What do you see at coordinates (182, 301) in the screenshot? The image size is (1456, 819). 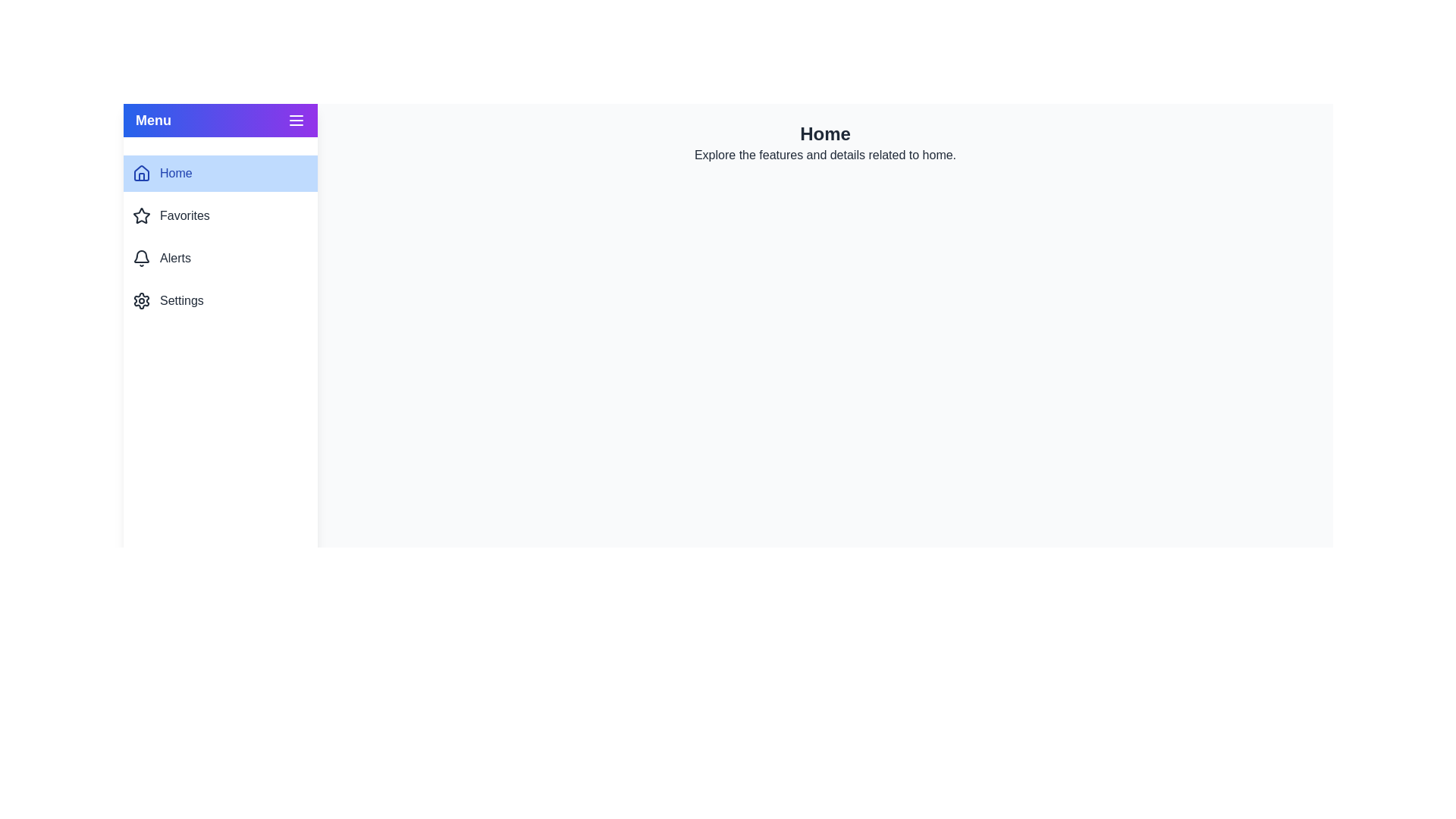 I see `the settings text label located in the left-hand navigation panel, fourth from the top, below the 'Alerts' option` at bounding box center [182, 301].